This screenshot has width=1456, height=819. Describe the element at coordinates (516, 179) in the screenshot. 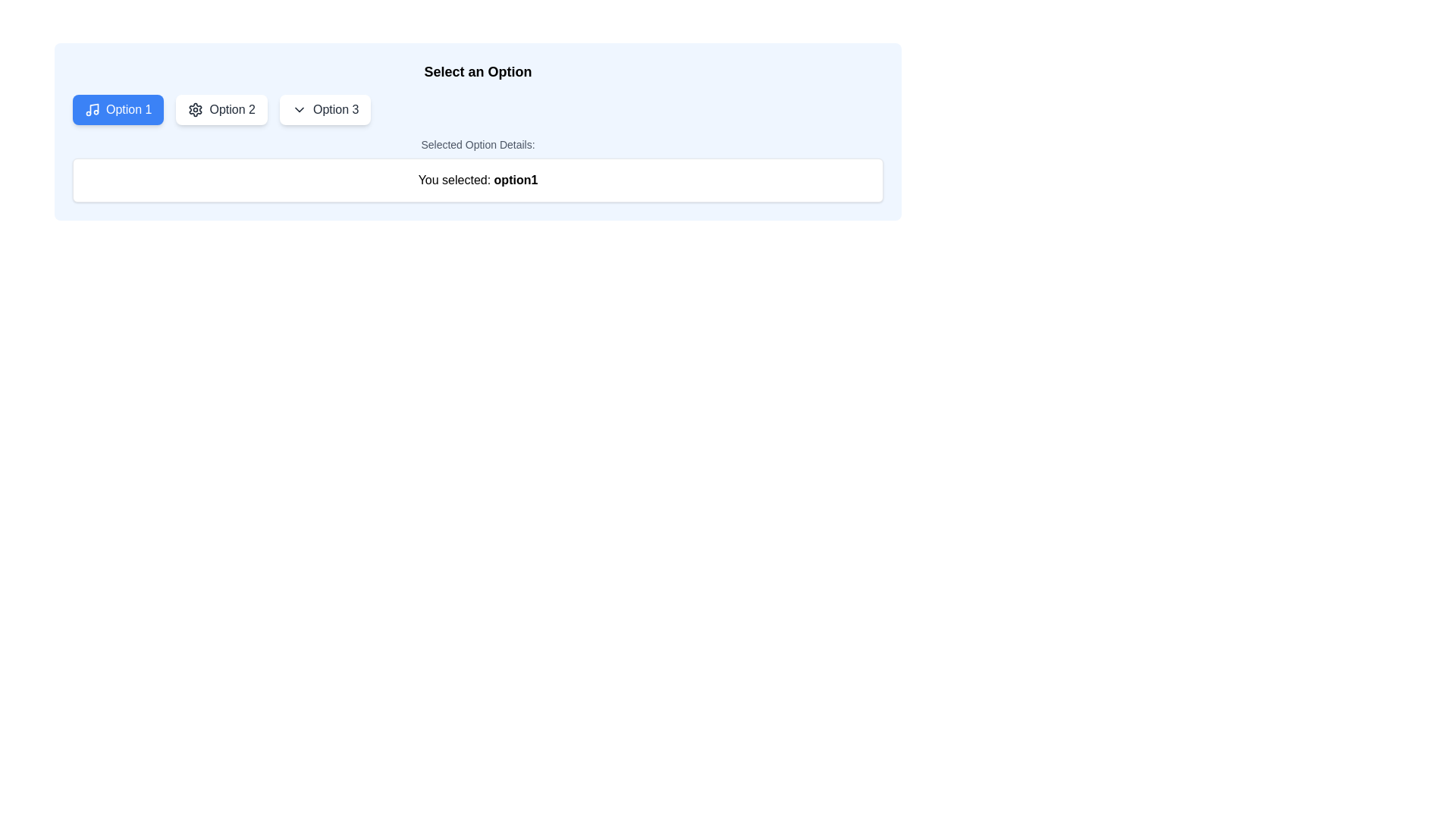

I see `text displayed in the Text Label that confirms the user's choice, which currently shows 'option1'` at that location.